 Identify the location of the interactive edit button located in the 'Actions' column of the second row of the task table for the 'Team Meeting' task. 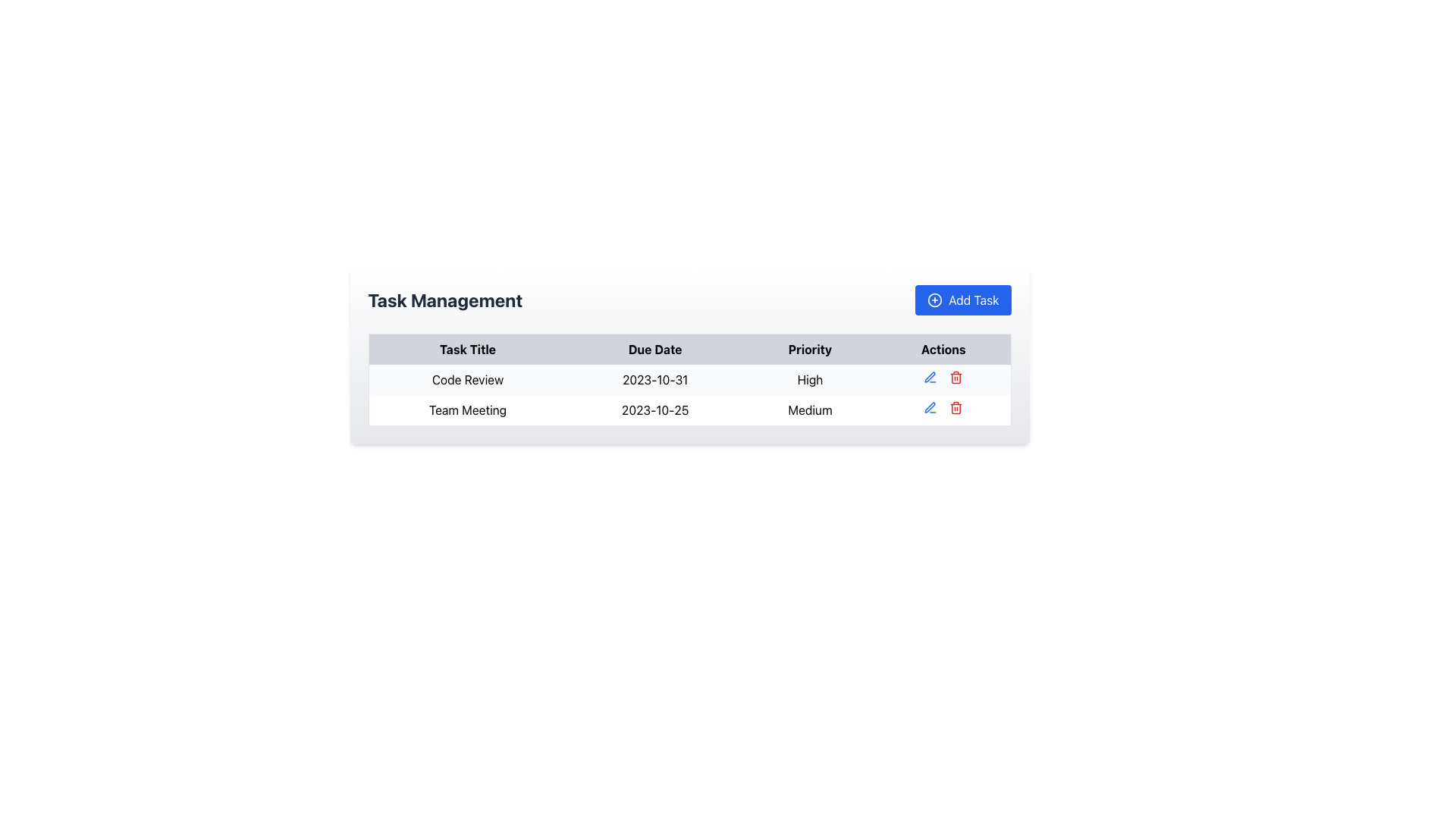
(929, 376).